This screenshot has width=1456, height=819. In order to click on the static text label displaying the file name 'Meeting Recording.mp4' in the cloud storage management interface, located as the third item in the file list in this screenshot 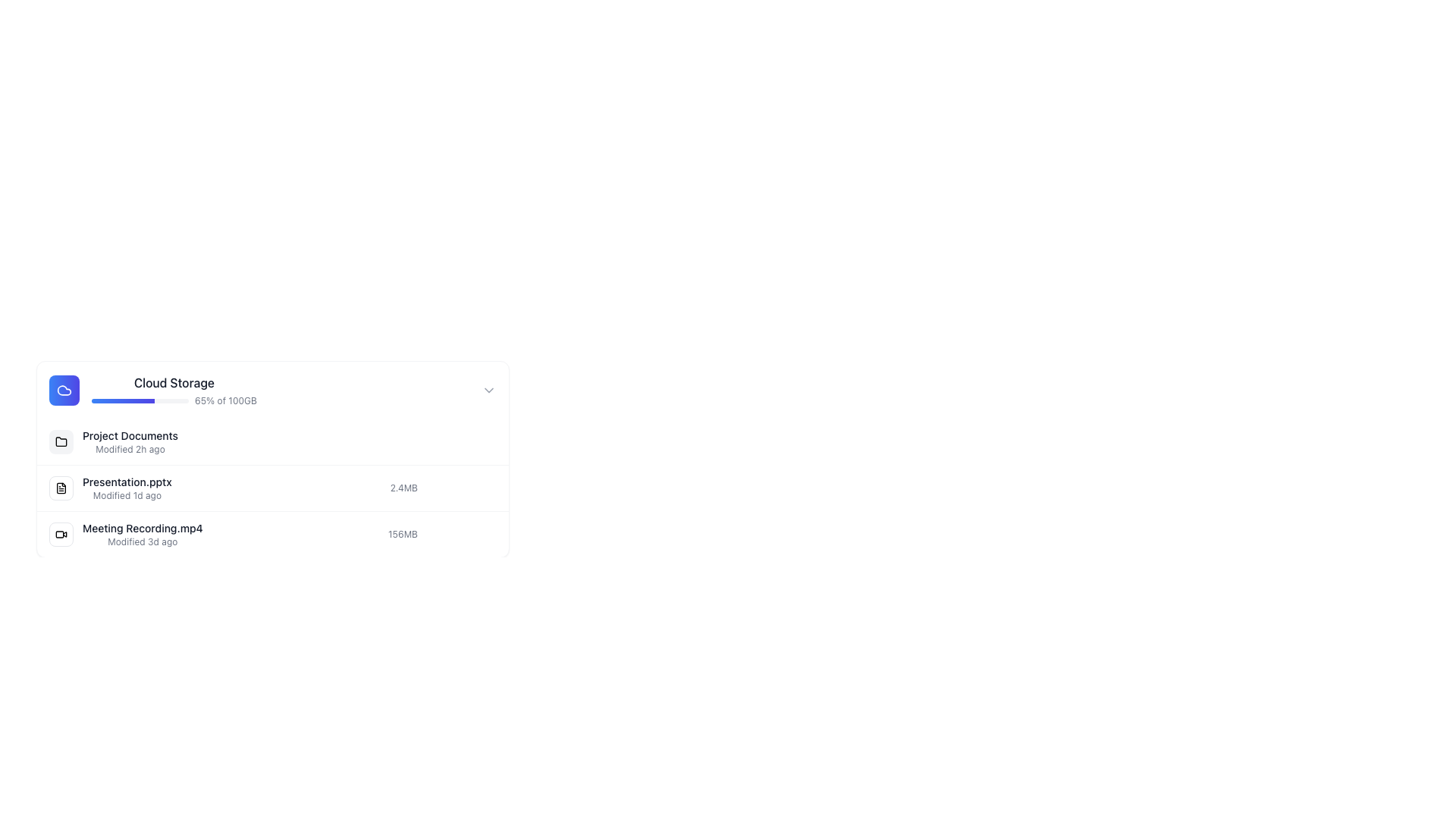, I will do `click(143, 528)`.